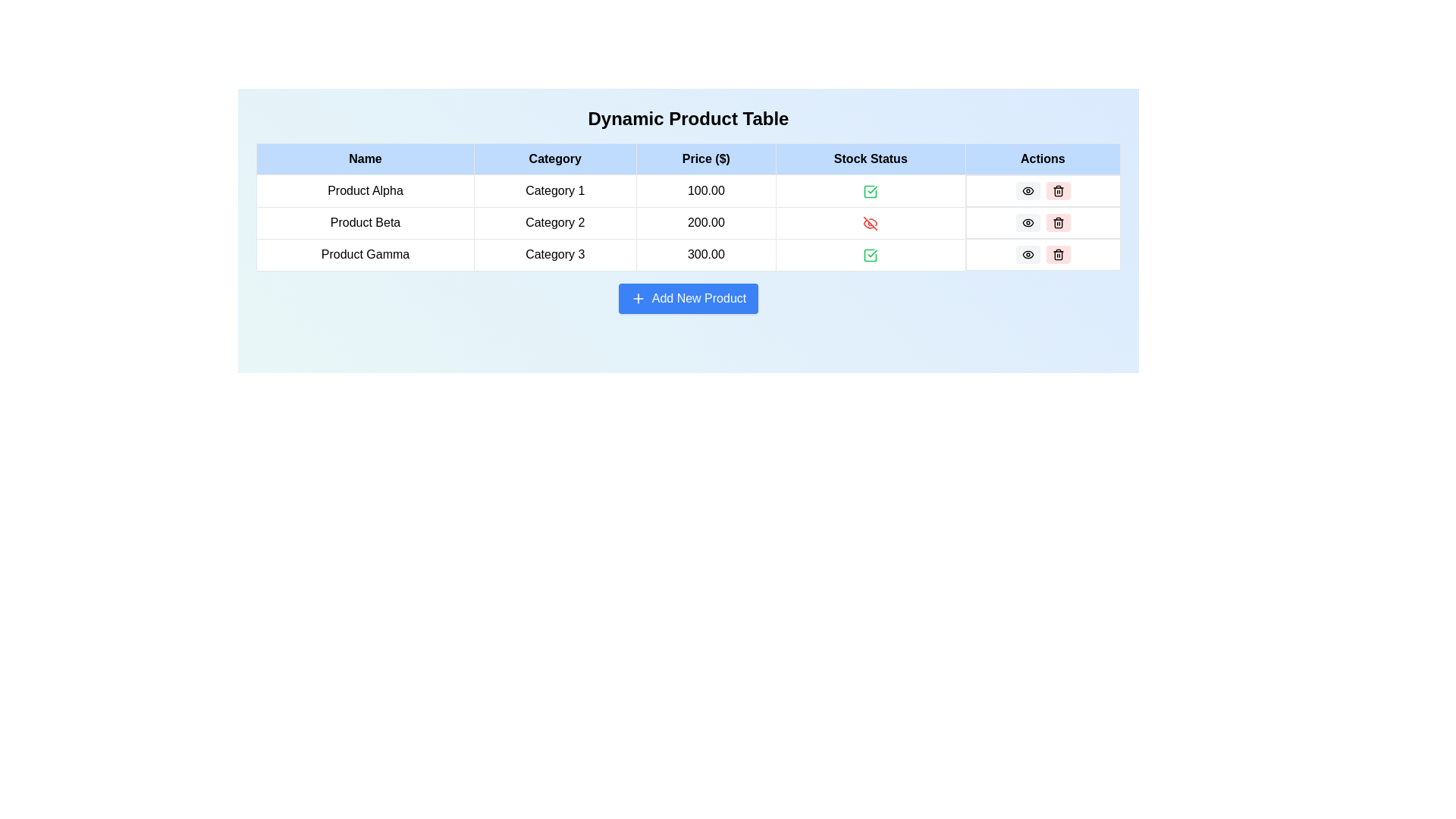 The image size is (1456, 819). I want to click on the static text display showing the price of 'Product Beta' located in the third column of the second row of the table, under the 'Price ($)' header, so click(705, 222).